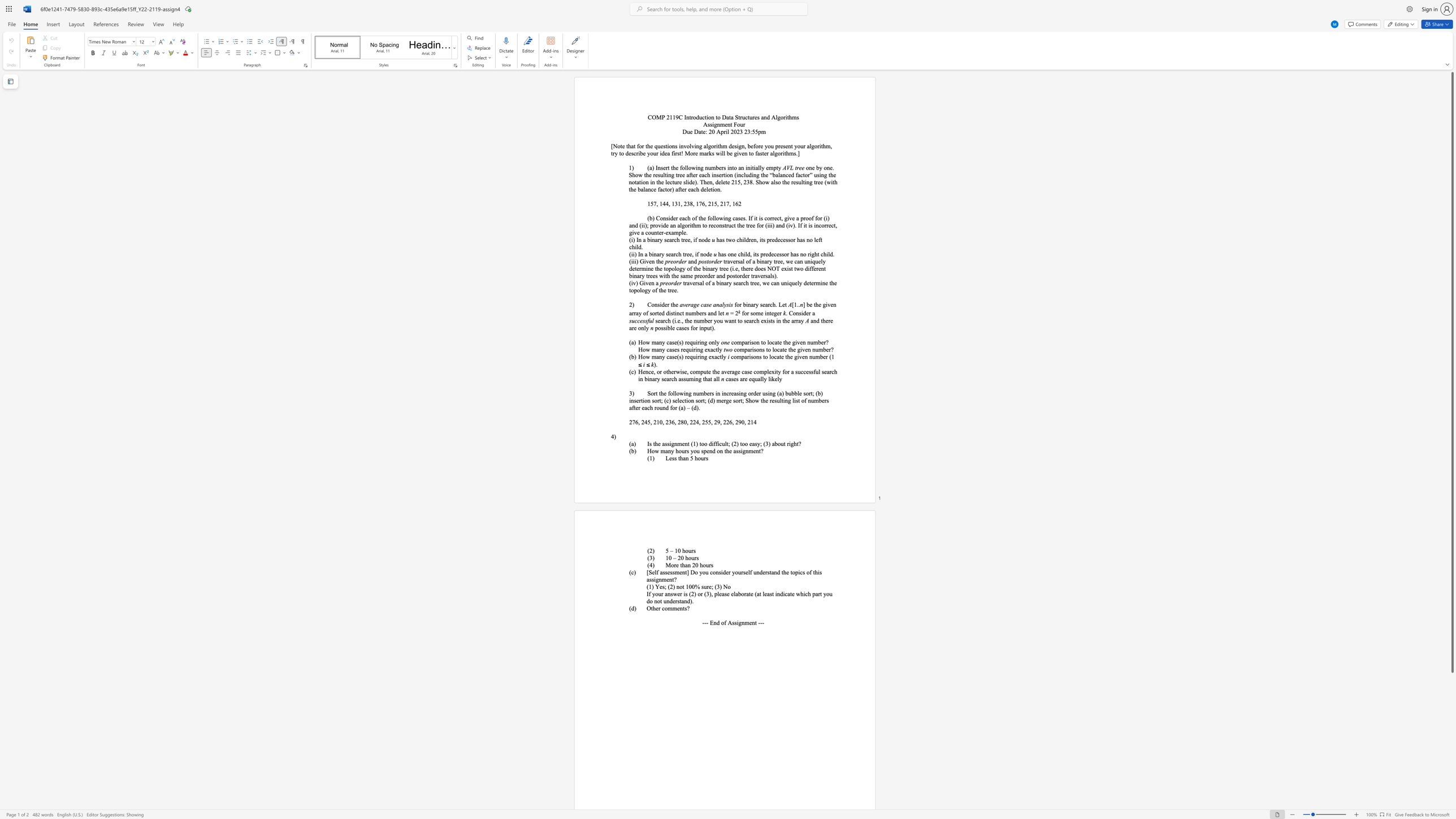 The height and width of the screenshot is (819, 1456). What do you see at coordinates (710, 254) in the screenshot?
I see `the 4th character "e" in the text` at bounding box center [710, 254].